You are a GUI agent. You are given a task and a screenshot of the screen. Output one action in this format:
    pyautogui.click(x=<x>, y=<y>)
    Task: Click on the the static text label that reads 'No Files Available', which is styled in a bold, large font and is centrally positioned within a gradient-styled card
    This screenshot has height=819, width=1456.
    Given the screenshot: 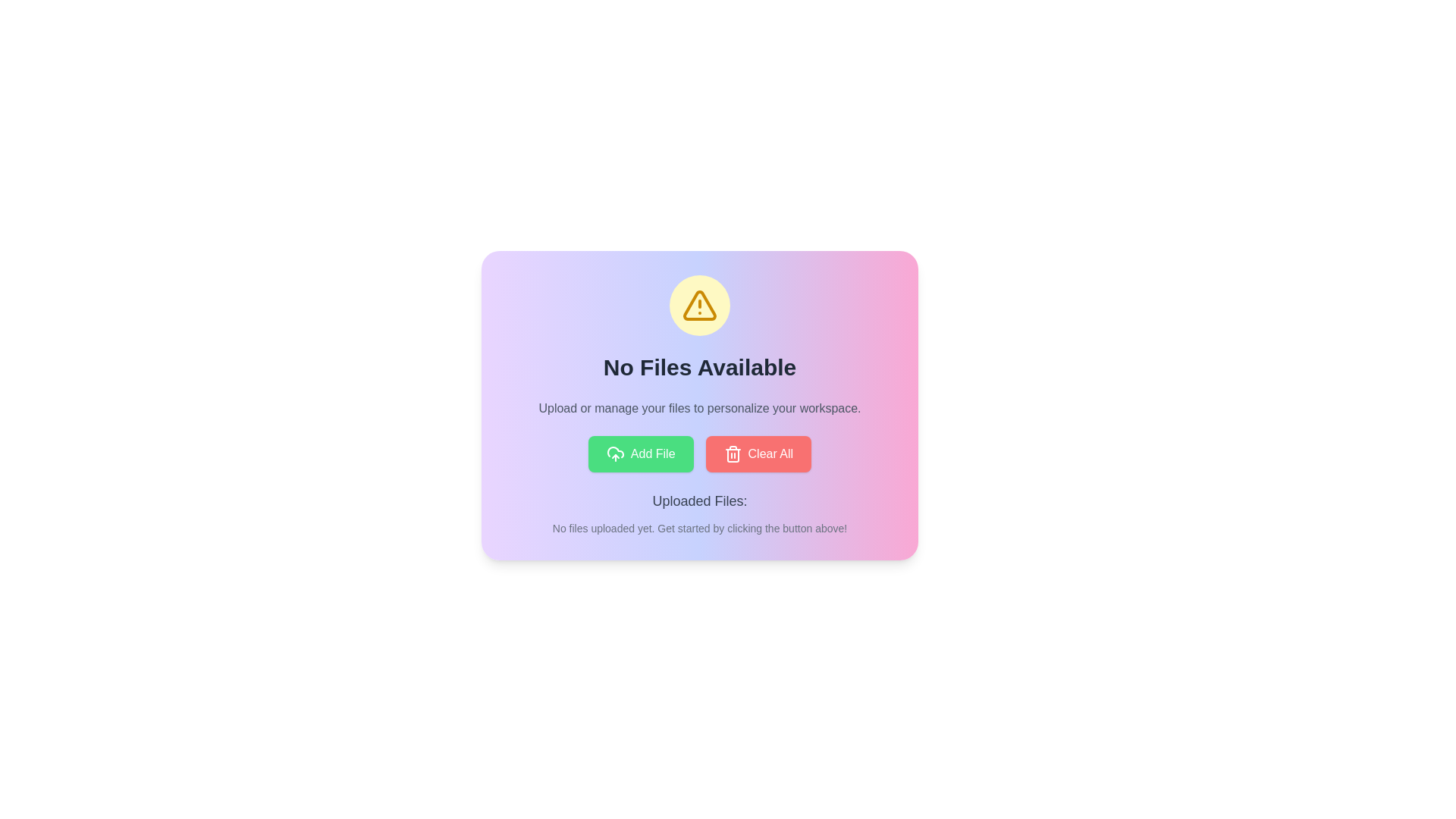 What is the action you would take?
    pyautogui.click(x=698, y=368)
    